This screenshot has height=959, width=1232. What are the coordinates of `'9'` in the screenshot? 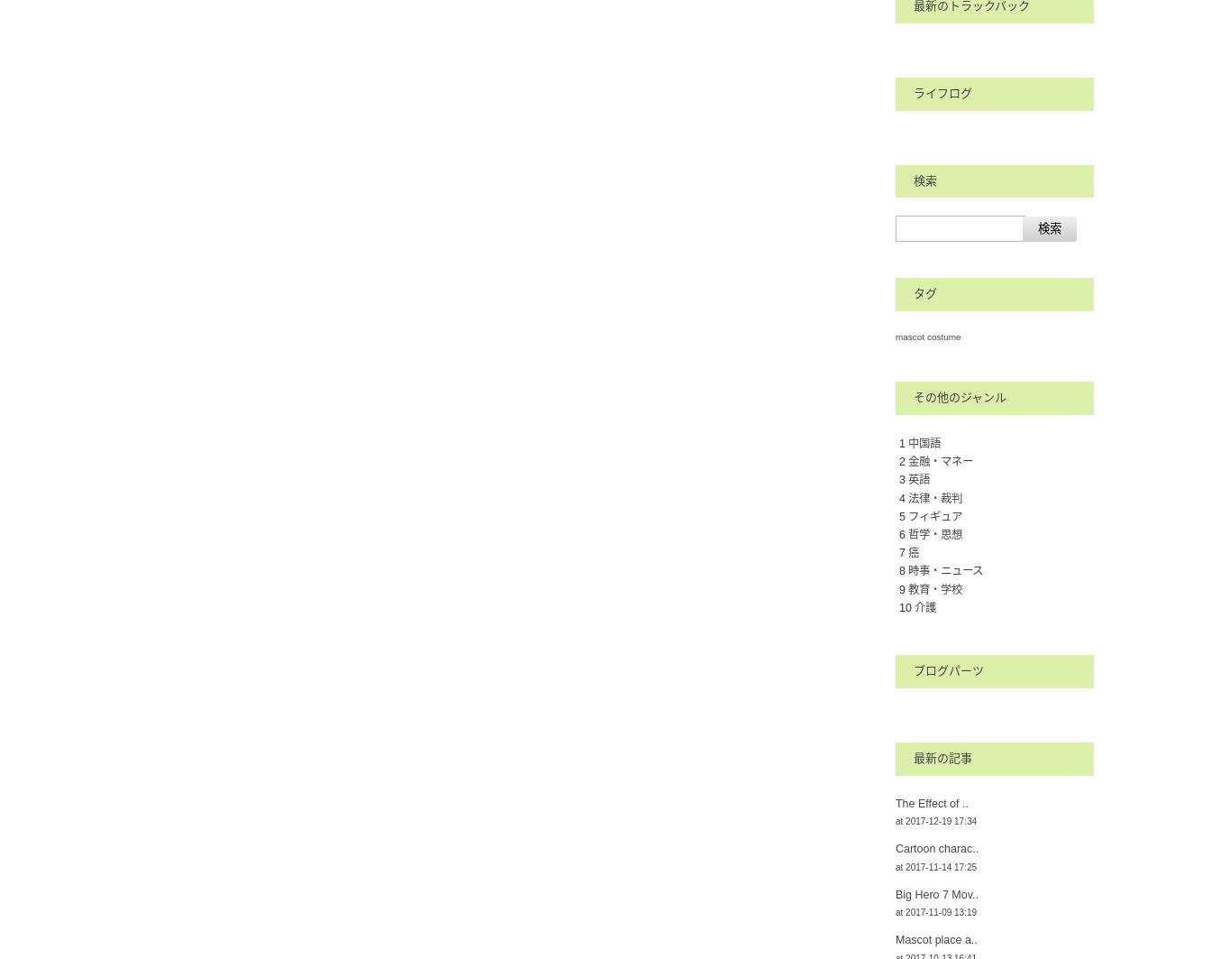 It's located at (903, 588).